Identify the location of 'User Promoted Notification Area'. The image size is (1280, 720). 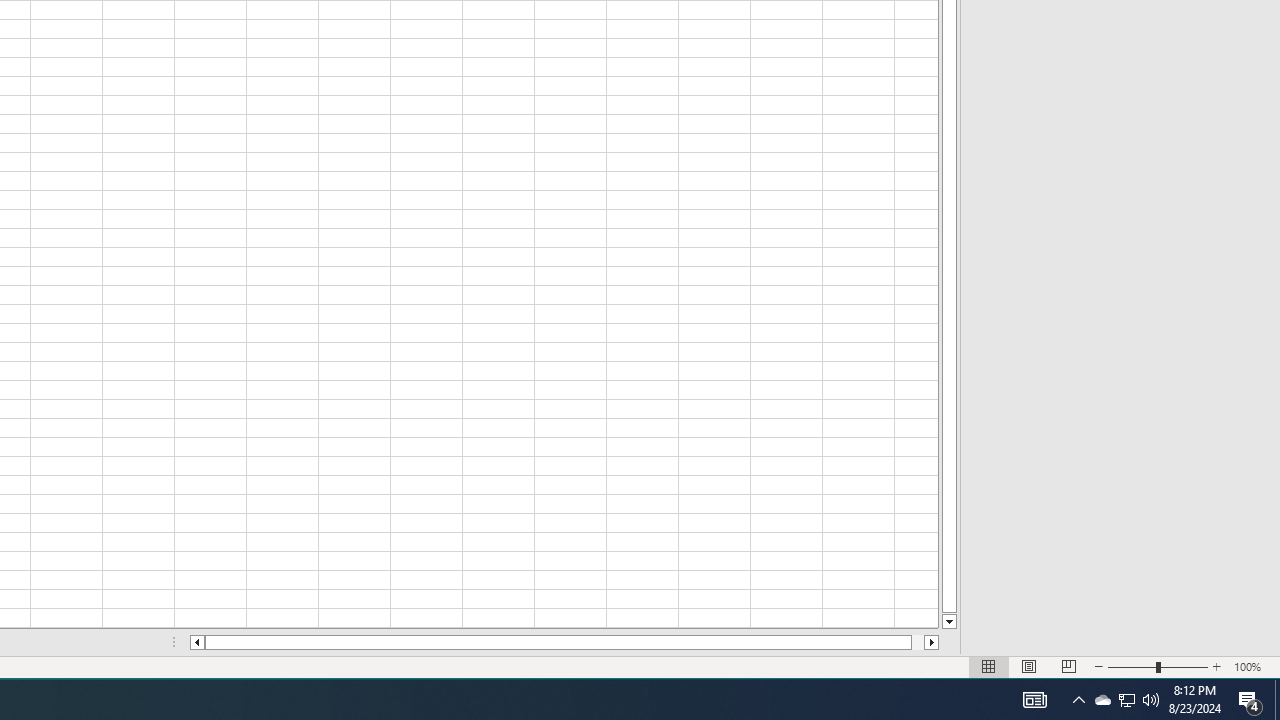
(1127, 698).